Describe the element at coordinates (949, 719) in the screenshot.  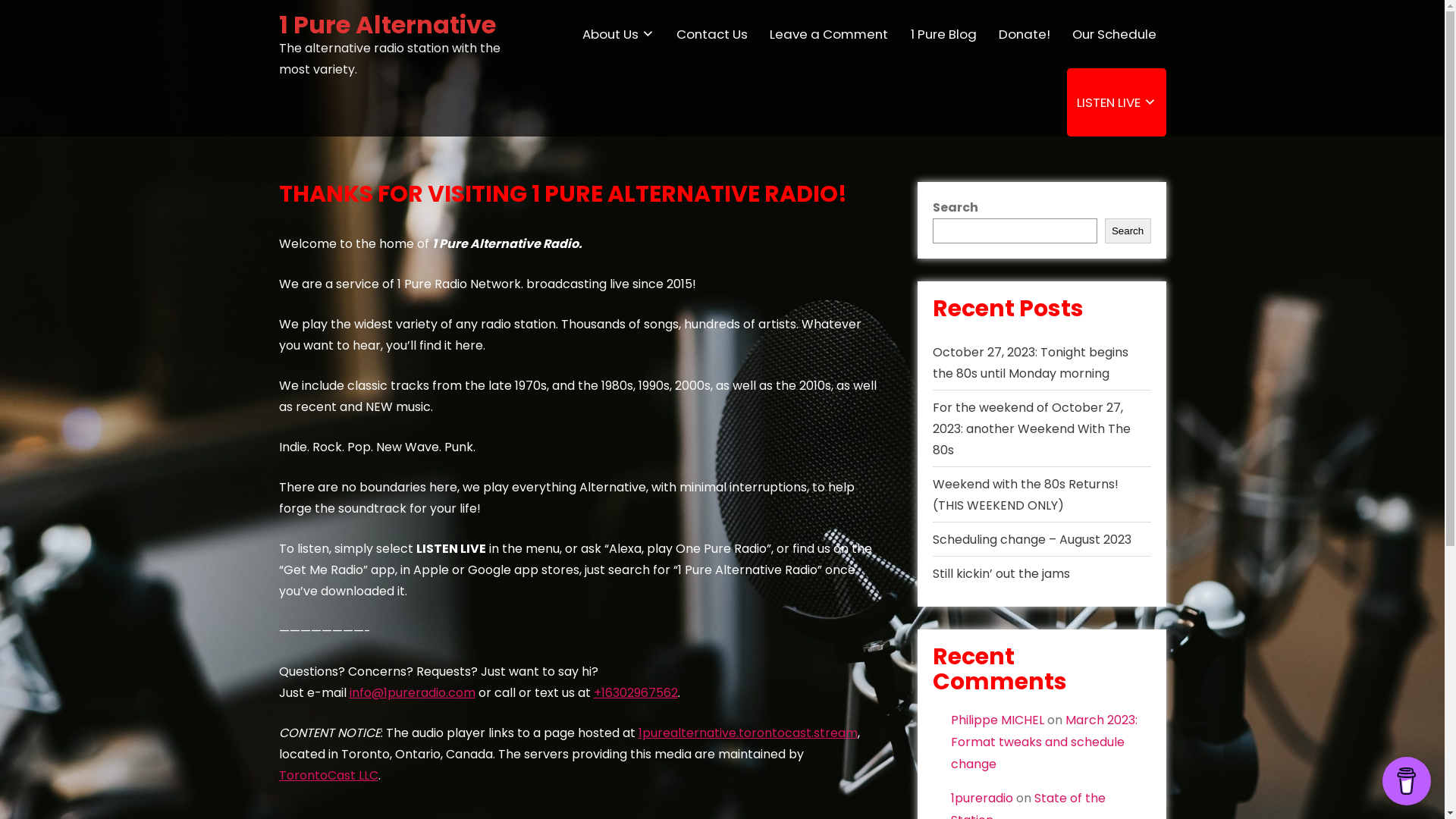
I see `'Philippe MICHEL'` at that location.